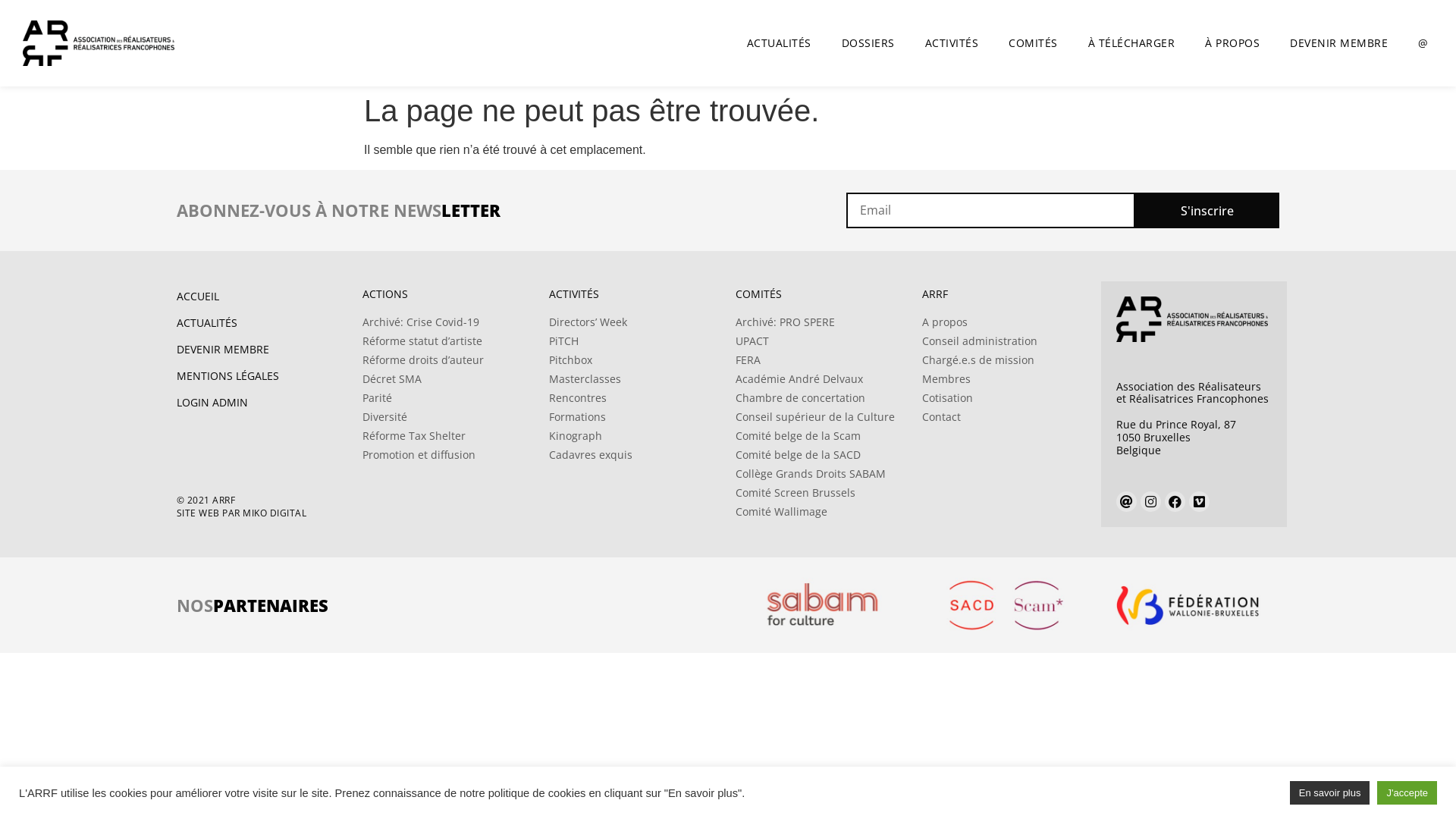 The height and width of the screenshot is (819, 1456). I want to click on 'Kinograph', so click(634, 435).